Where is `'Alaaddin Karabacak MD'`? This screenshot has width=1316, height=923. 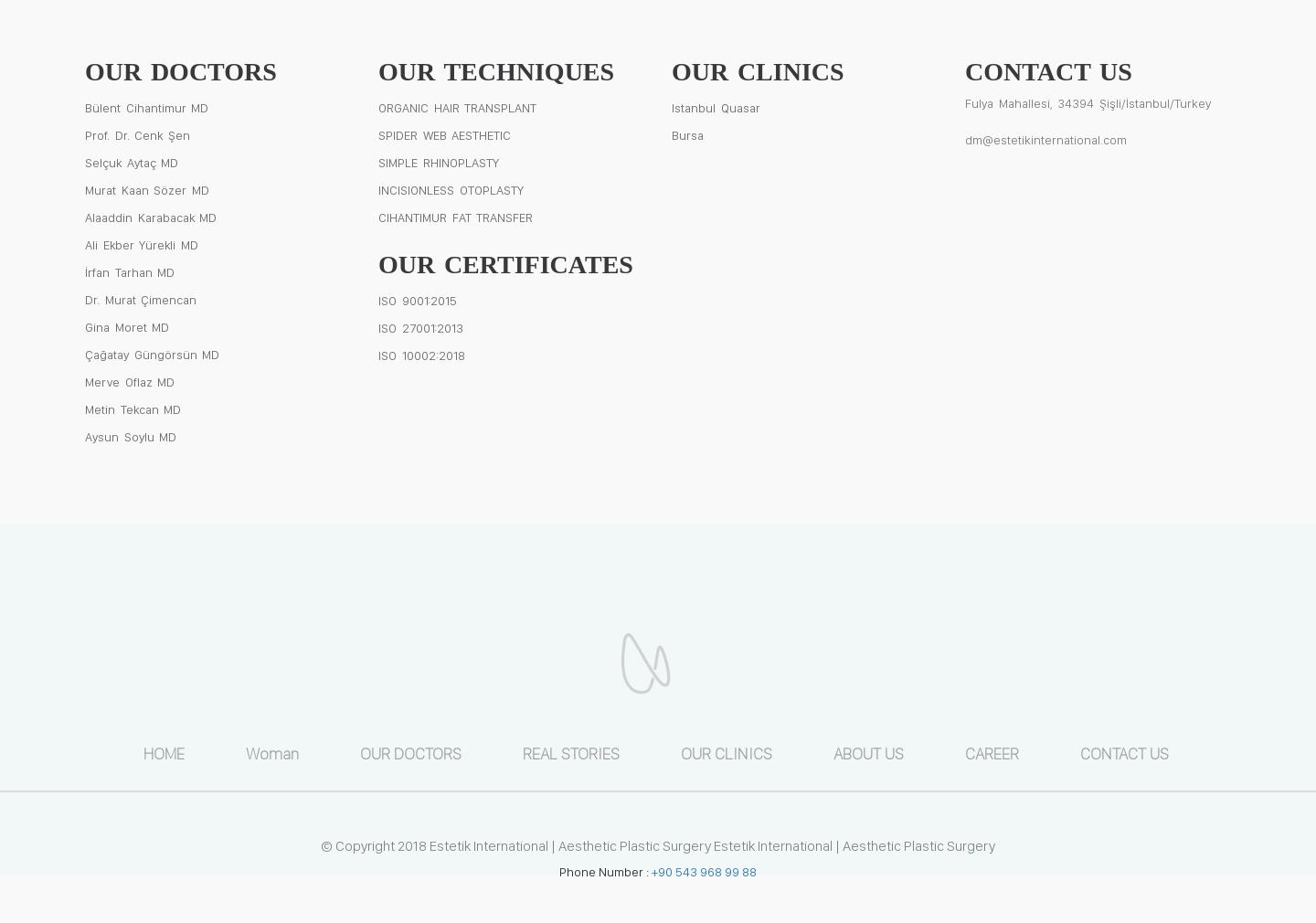
'Alaaddin Karabacak MD' is located at coordinates (150, 216).